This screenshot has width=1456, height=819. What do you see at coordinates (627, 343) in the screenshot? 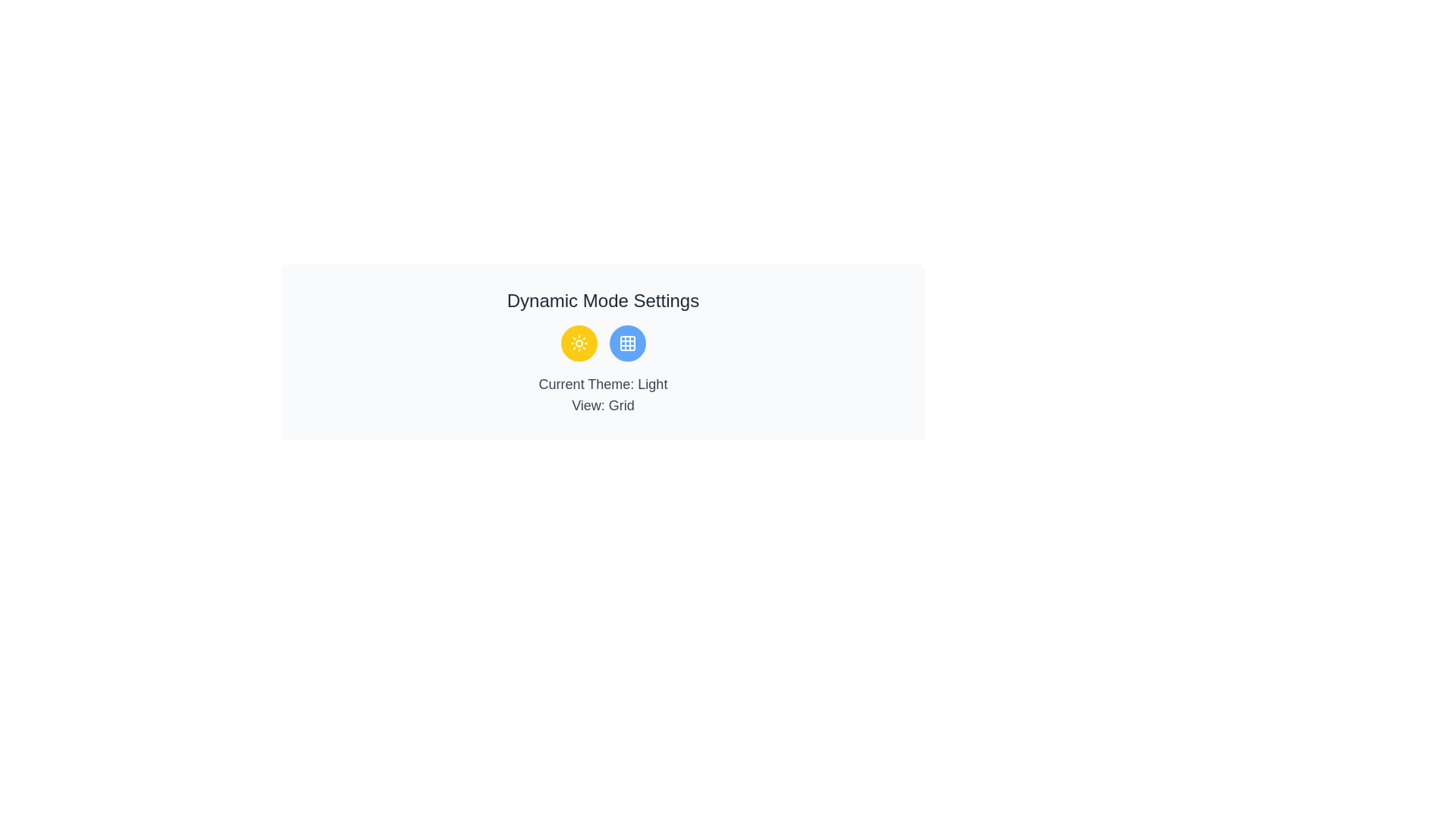
I see `the button located to the immediate right of the yellow circle icon in the modal` at bounding box center [627, 343].